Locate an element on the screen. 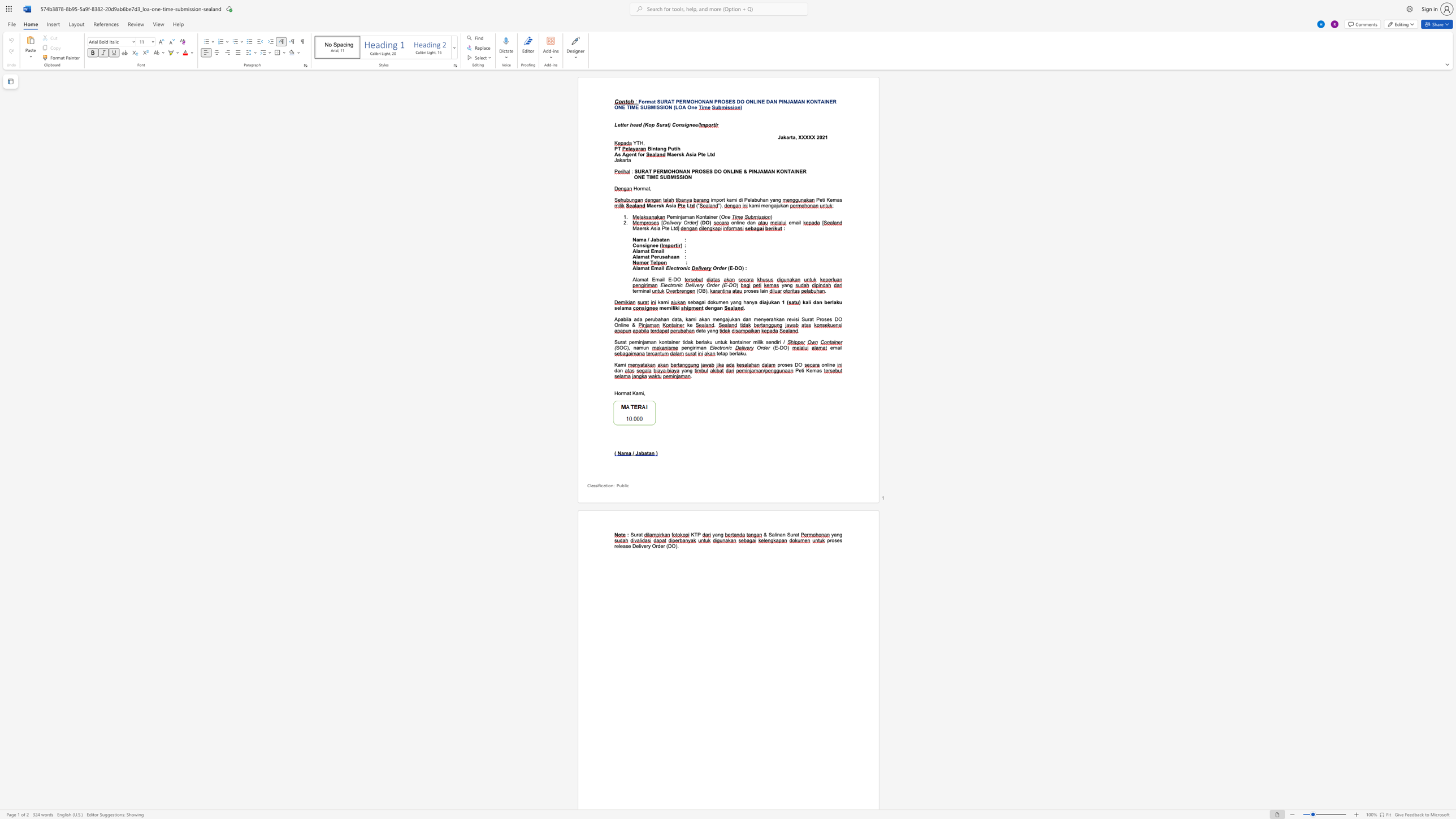  the subset text "aer" within the text "Maersk Asia" is located at coordinates (650, 205).